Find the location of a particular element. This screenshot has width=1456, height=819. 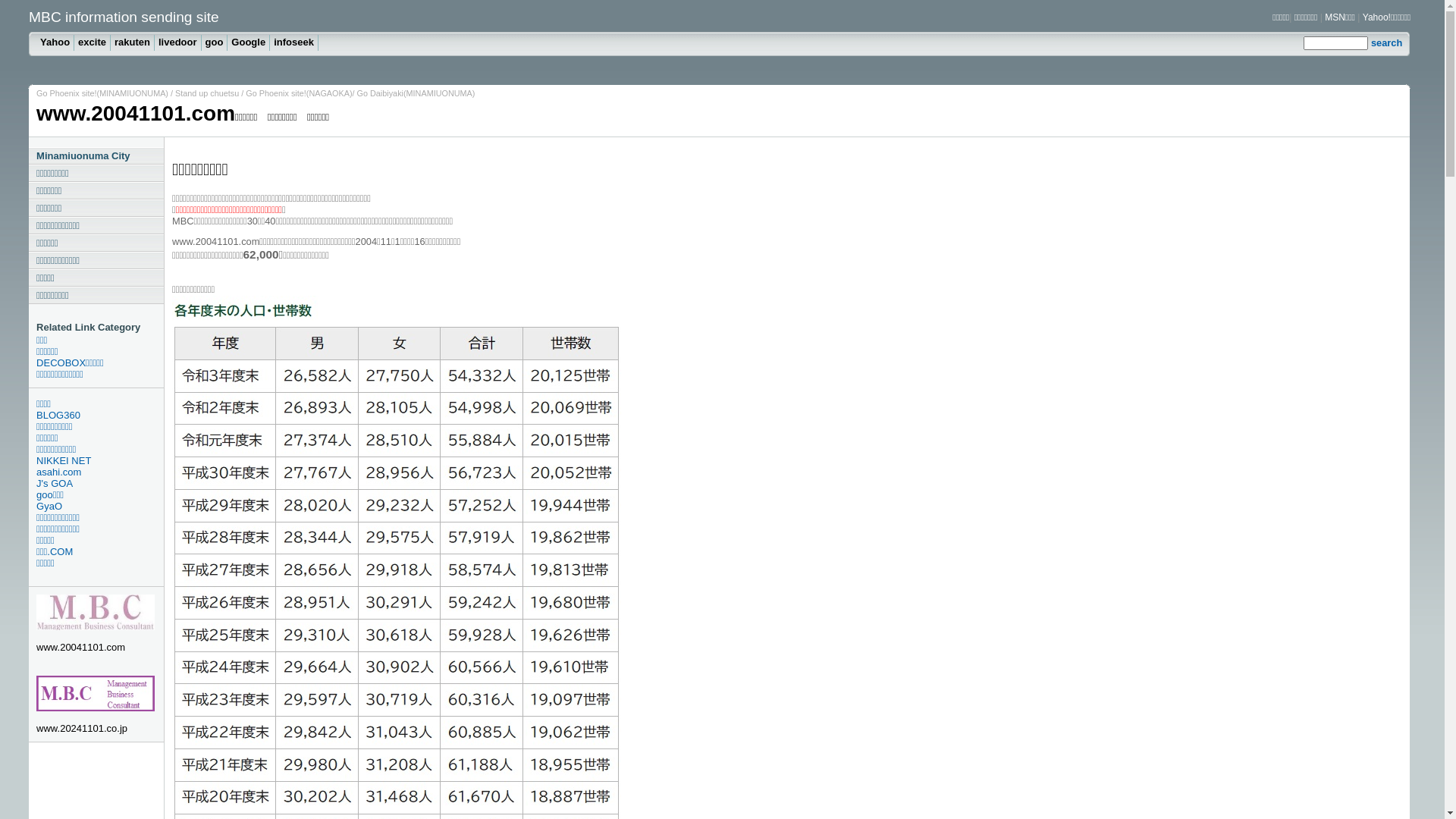

'rakuten' is located at coordinates (109, 42).